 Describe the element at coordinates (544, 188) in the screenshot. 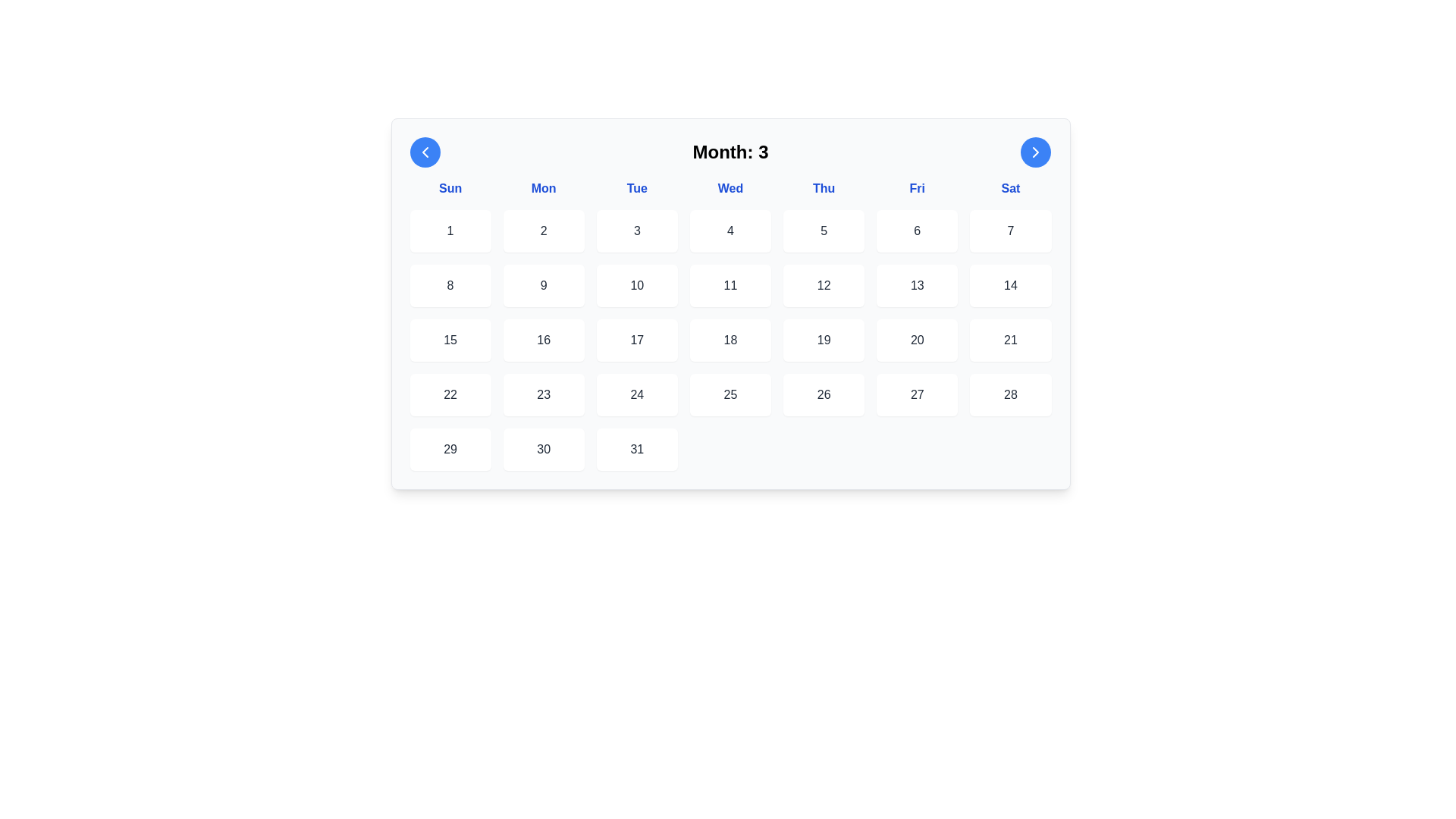

I see `the label representing 'Monday' in the weekly calendar layout, which is located between 'Sun' and 'Tue'` at that location.